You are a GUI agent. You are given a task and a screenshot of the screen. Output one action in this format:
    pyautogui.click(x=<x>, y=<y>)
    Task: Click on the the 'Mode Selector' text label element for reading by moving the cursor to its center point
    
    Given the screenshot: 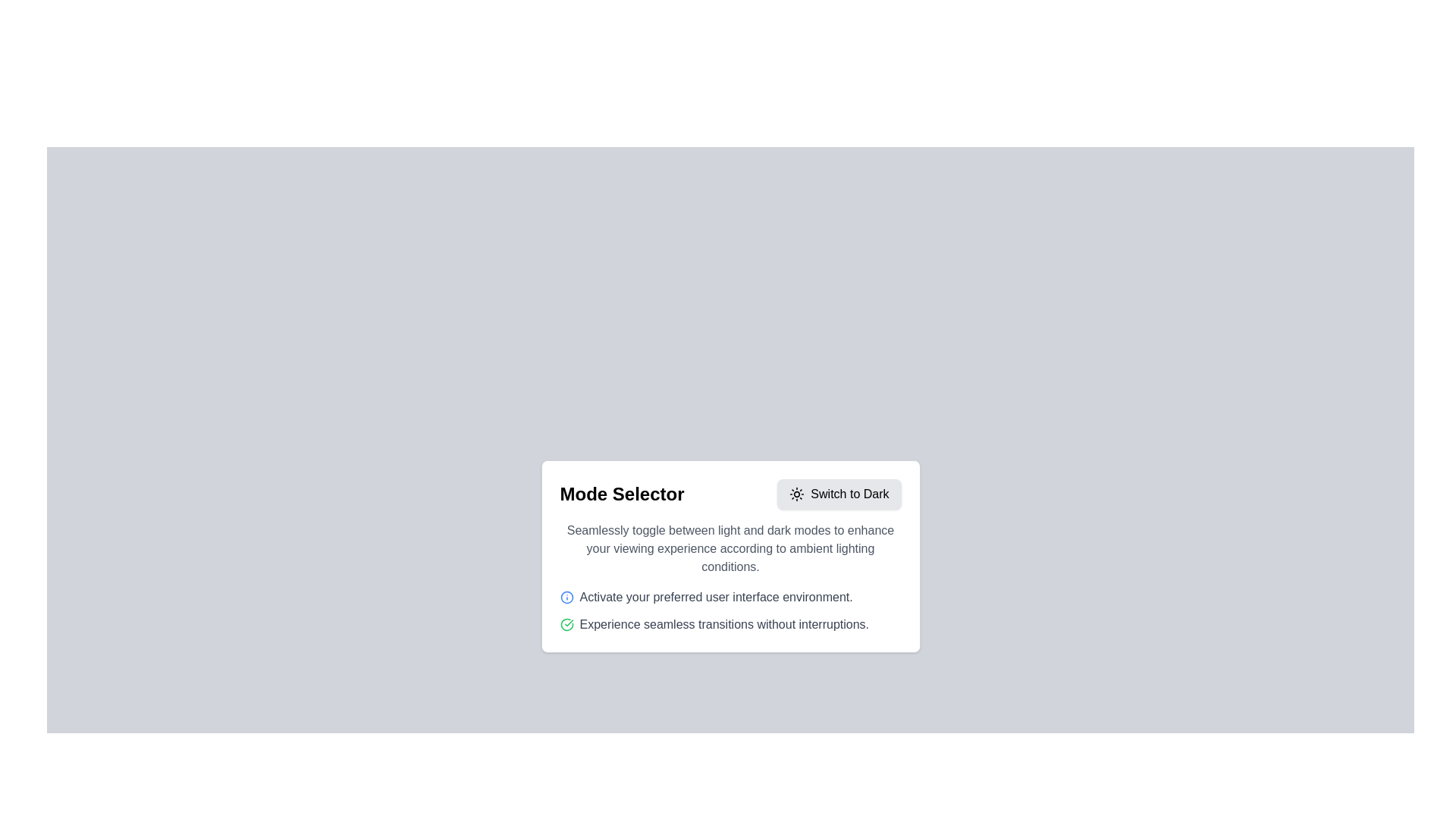 What is the action you would take?
    pyautogui.click(x=622, y=494)
    